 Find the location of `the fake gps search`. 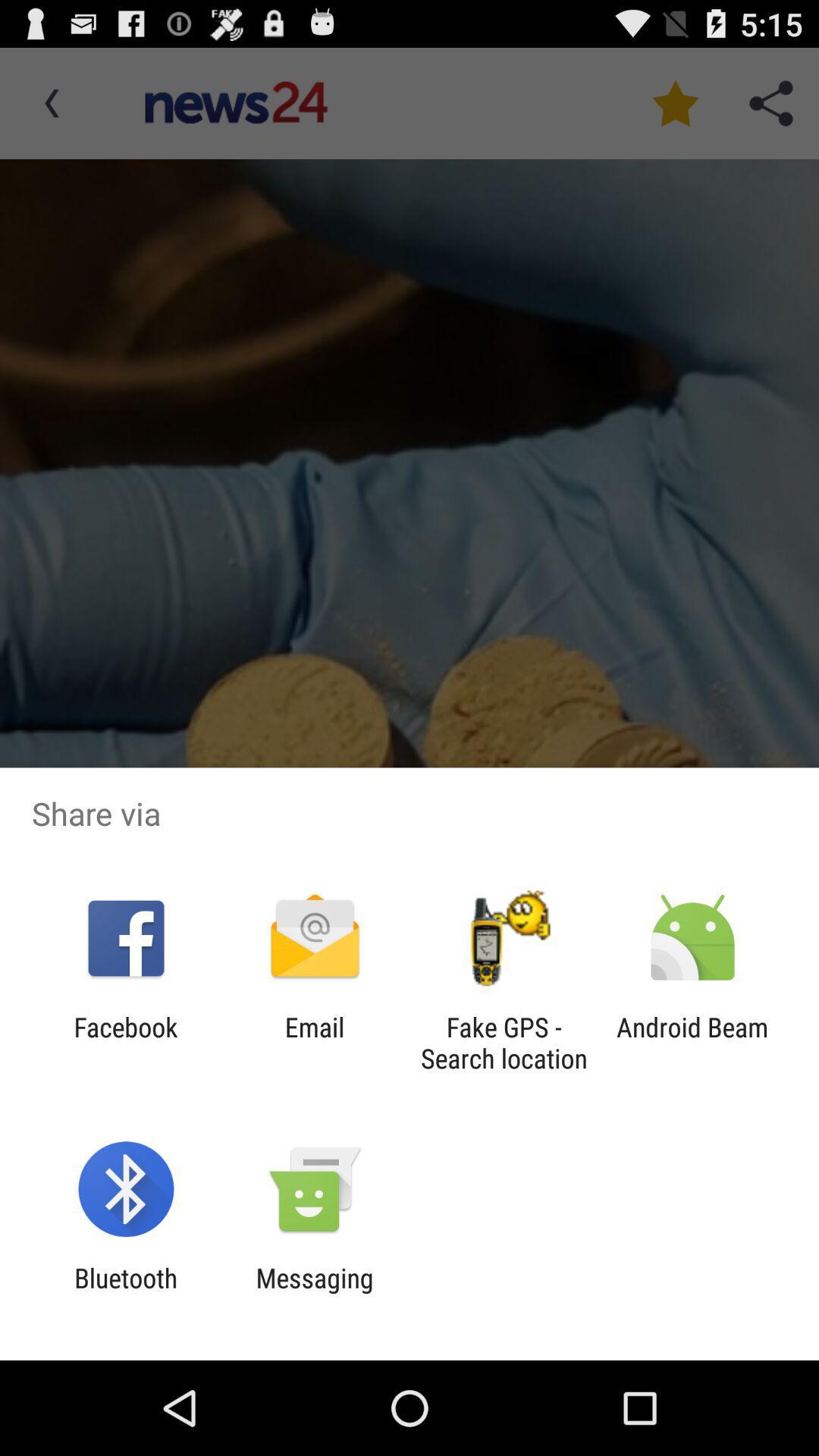

the fake gps search is located at coordinates (504, 1042).